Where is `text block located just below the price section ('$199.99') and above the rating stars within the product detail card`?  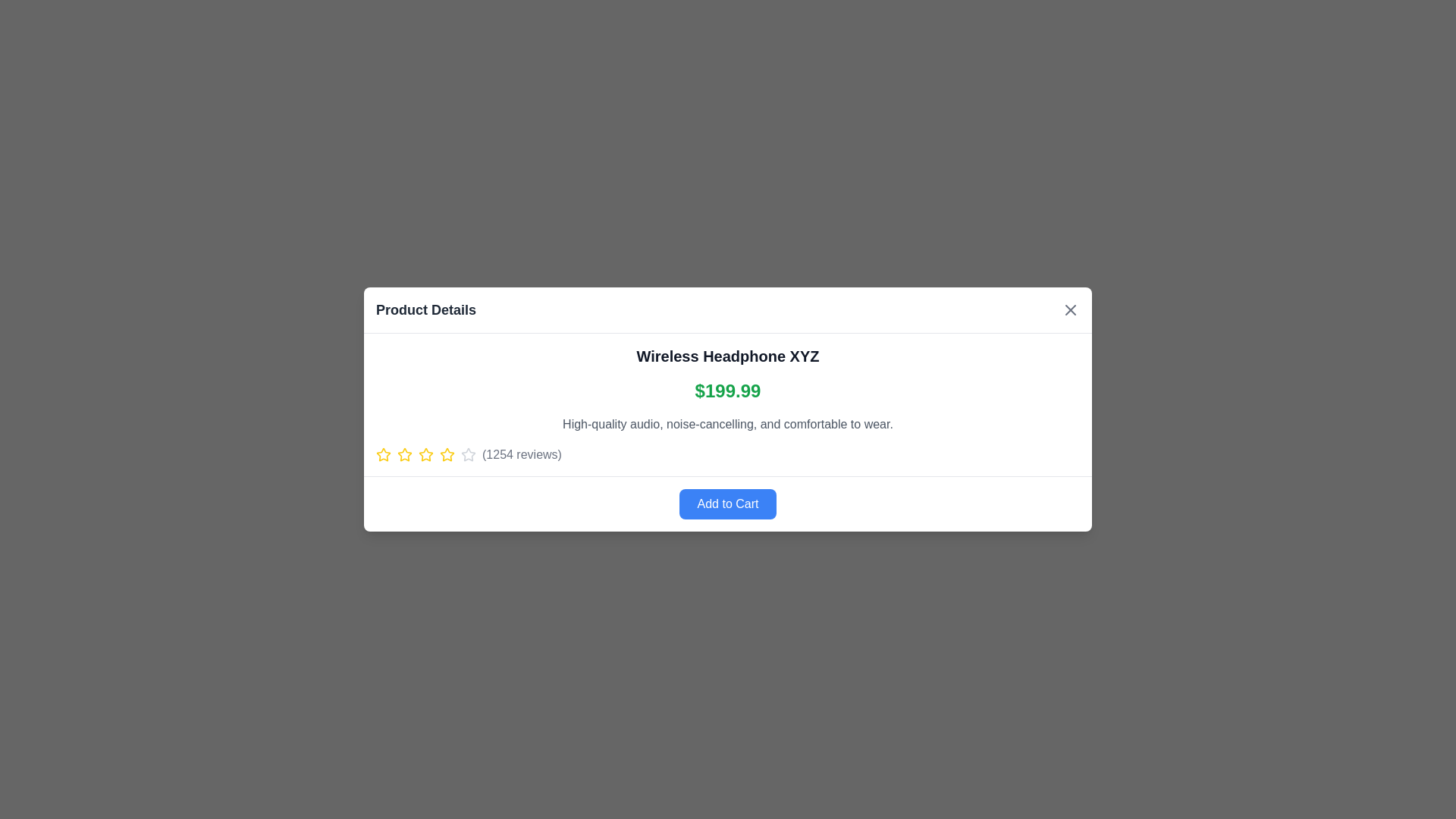
text block located just below the price section ('$199.99') and above the rating stars within the product detail card is located at coordinates (728, 424).